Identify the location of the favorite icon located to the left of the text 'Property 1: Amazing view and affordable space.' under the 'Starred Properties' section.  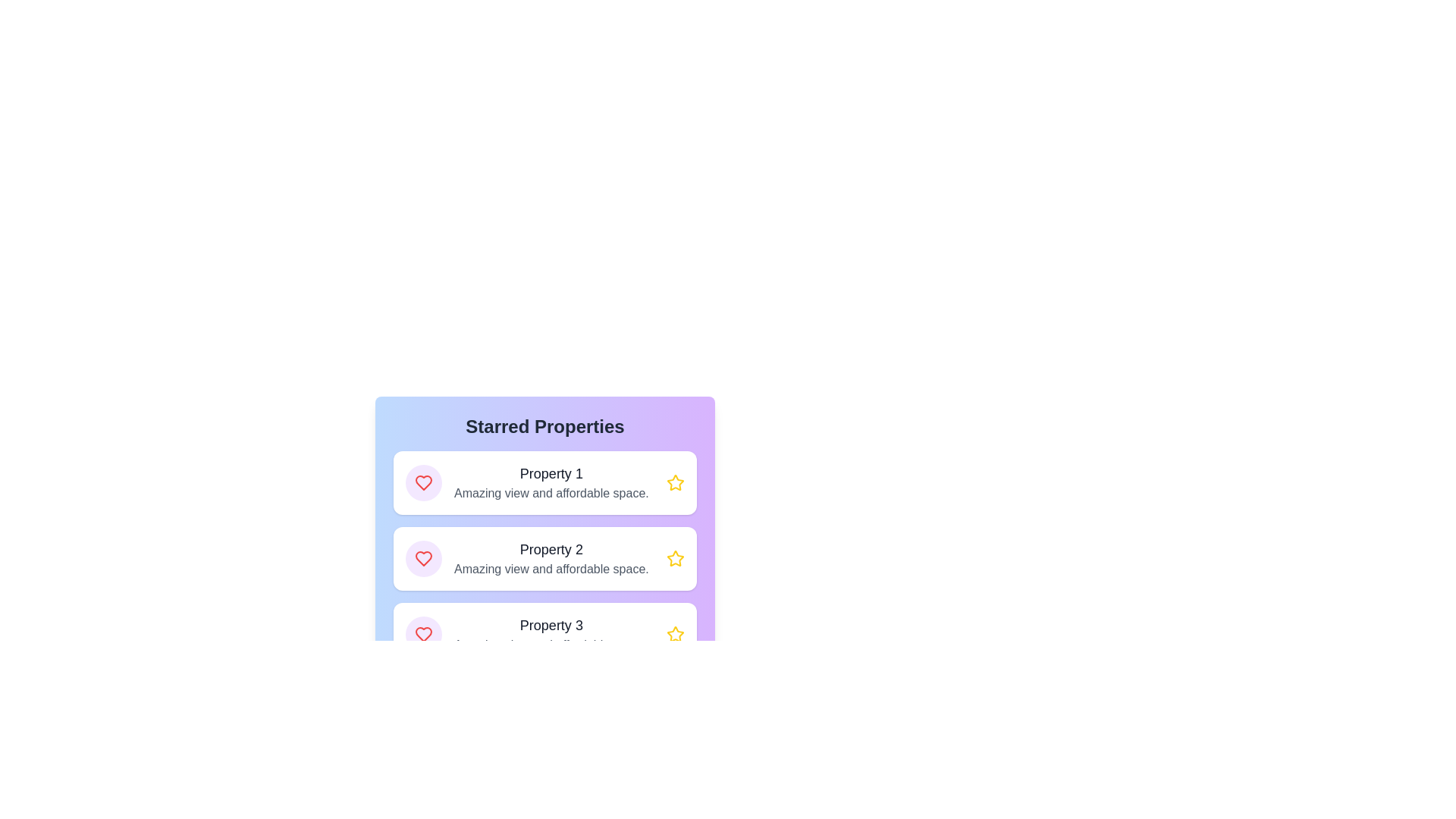
(423, 482).